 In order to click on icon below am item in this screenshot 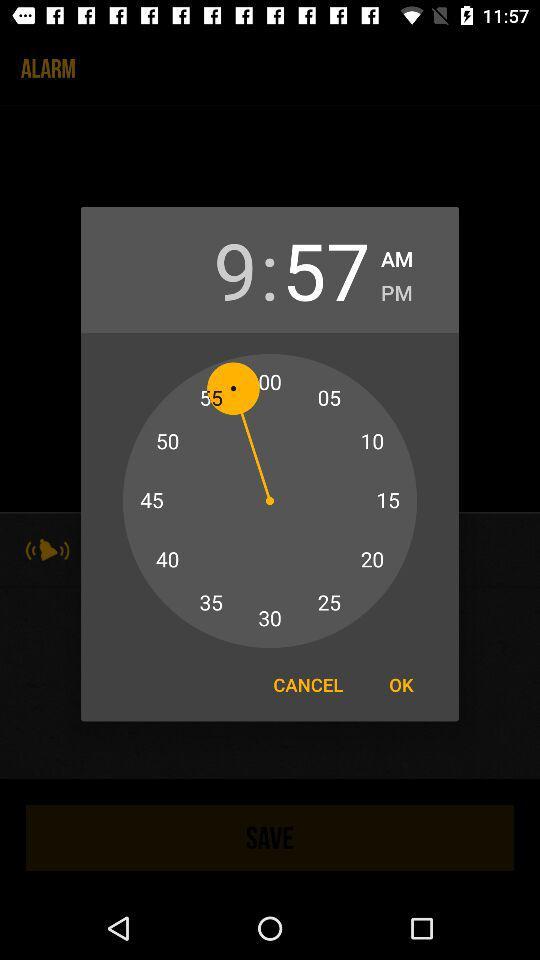, I will do `click(396, 288)`.